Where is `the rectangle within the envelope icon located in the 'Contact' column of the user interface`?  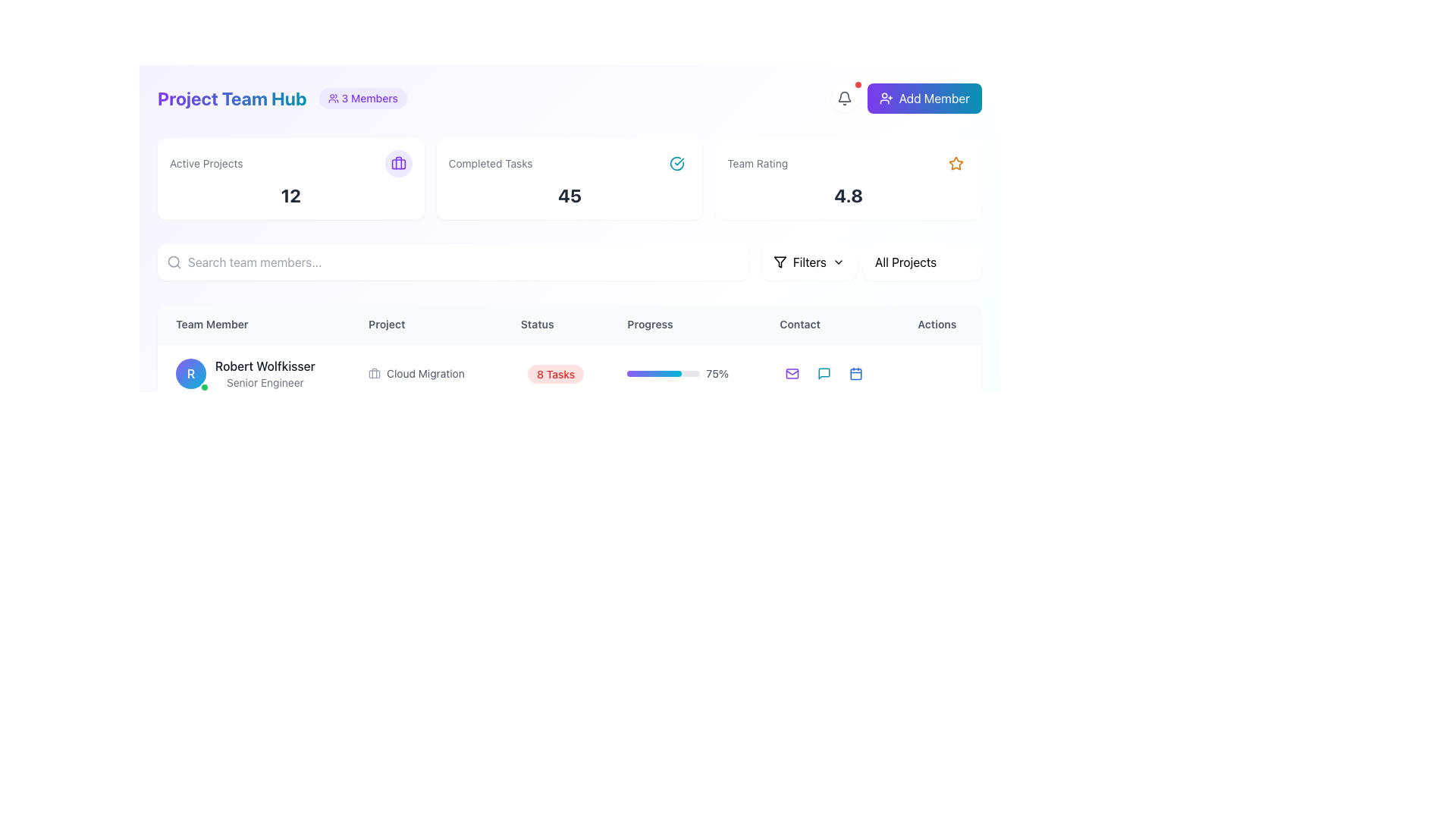
the rectangle within the envelope icon located in the 'Contact' column of the user interface is located at coordinates (792, 374).